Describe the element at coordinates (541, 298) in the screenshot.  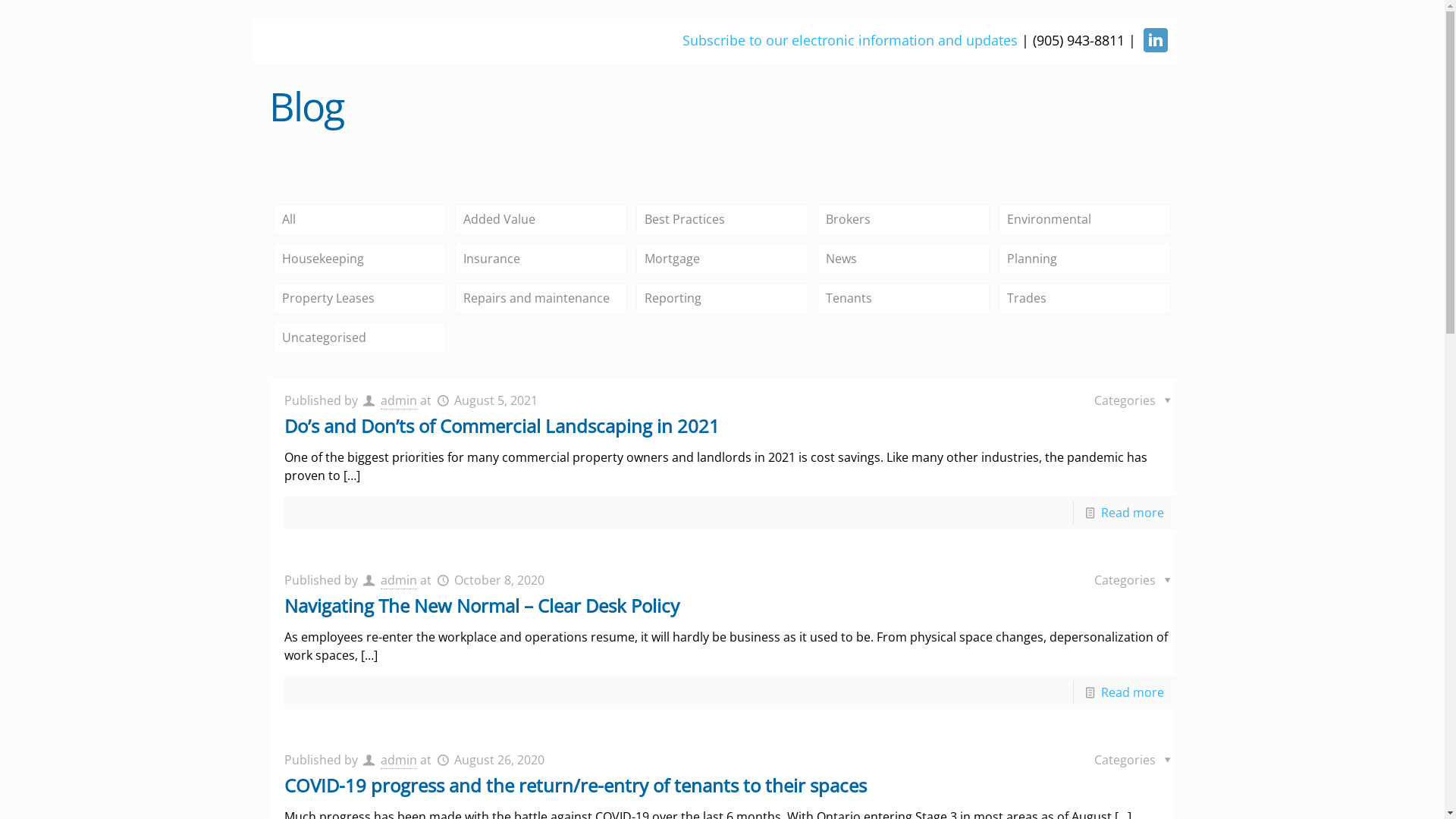
I see `'Repairs and maintenance'` at that location.